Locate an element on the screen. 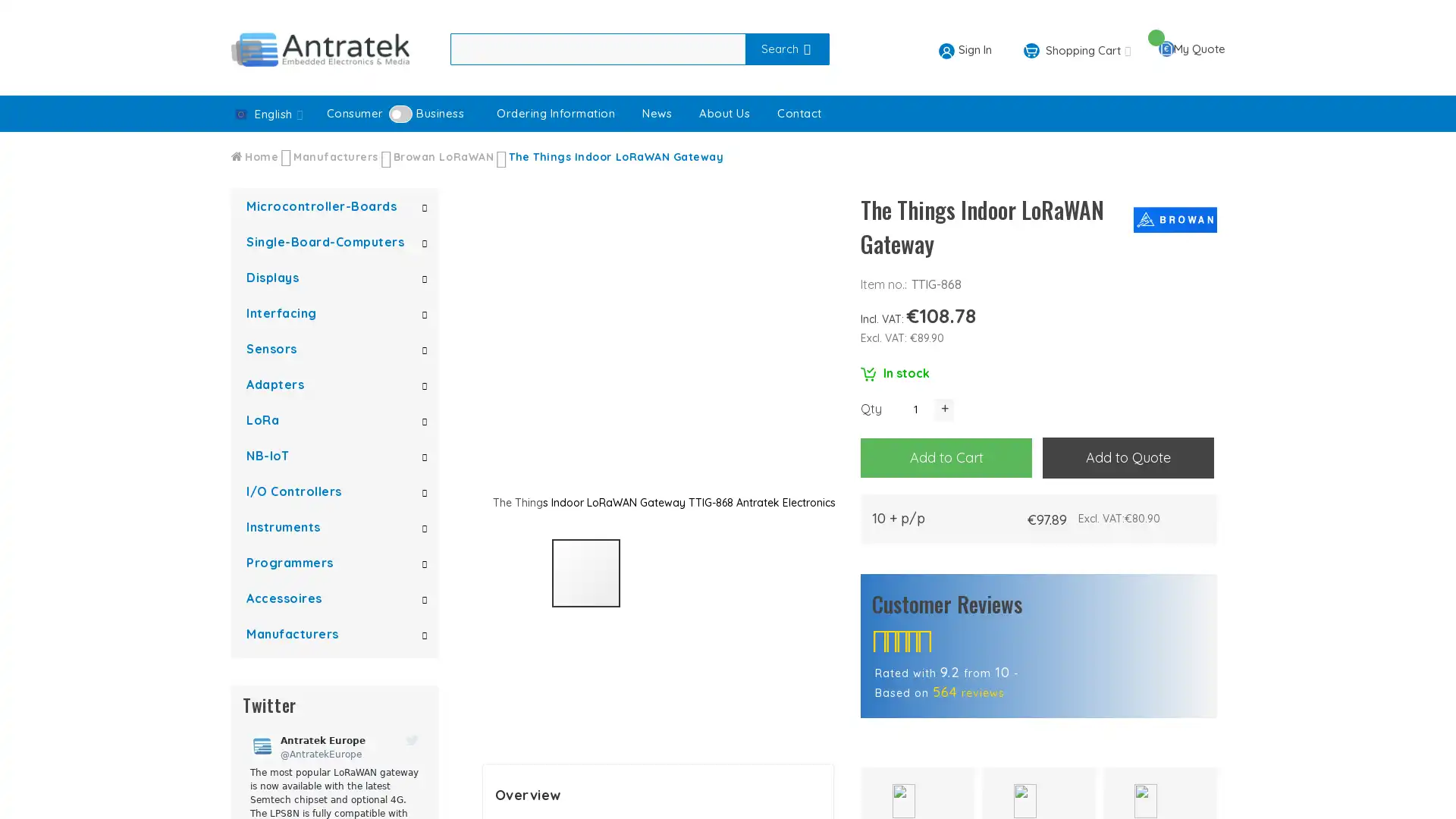 This screenshot has height=819, width=1456. The Things Indoor LoRaWAN Gateway TTIG-868 Antratek Electronics is located at coordinates (516, 573).